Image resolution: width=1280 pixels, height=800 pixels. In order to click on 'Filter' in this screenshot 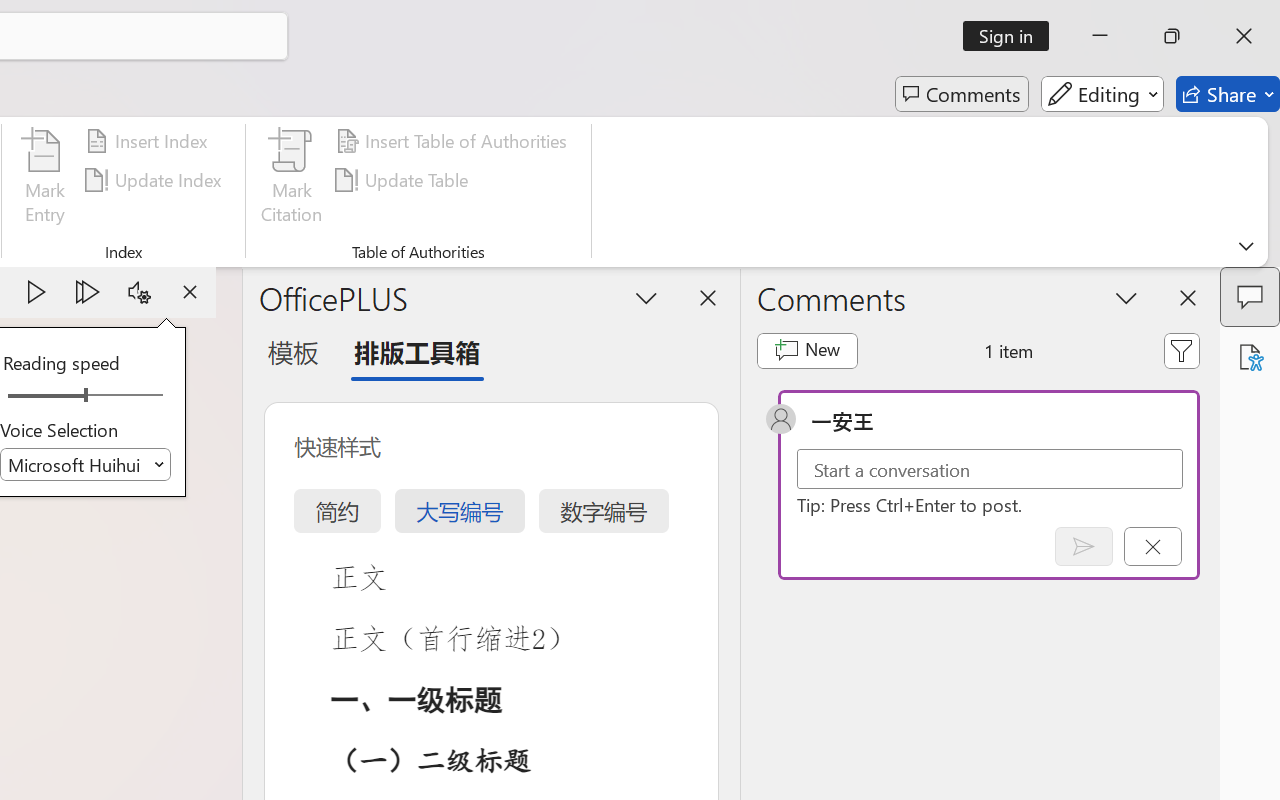, I will do `click(1182, 350)`.